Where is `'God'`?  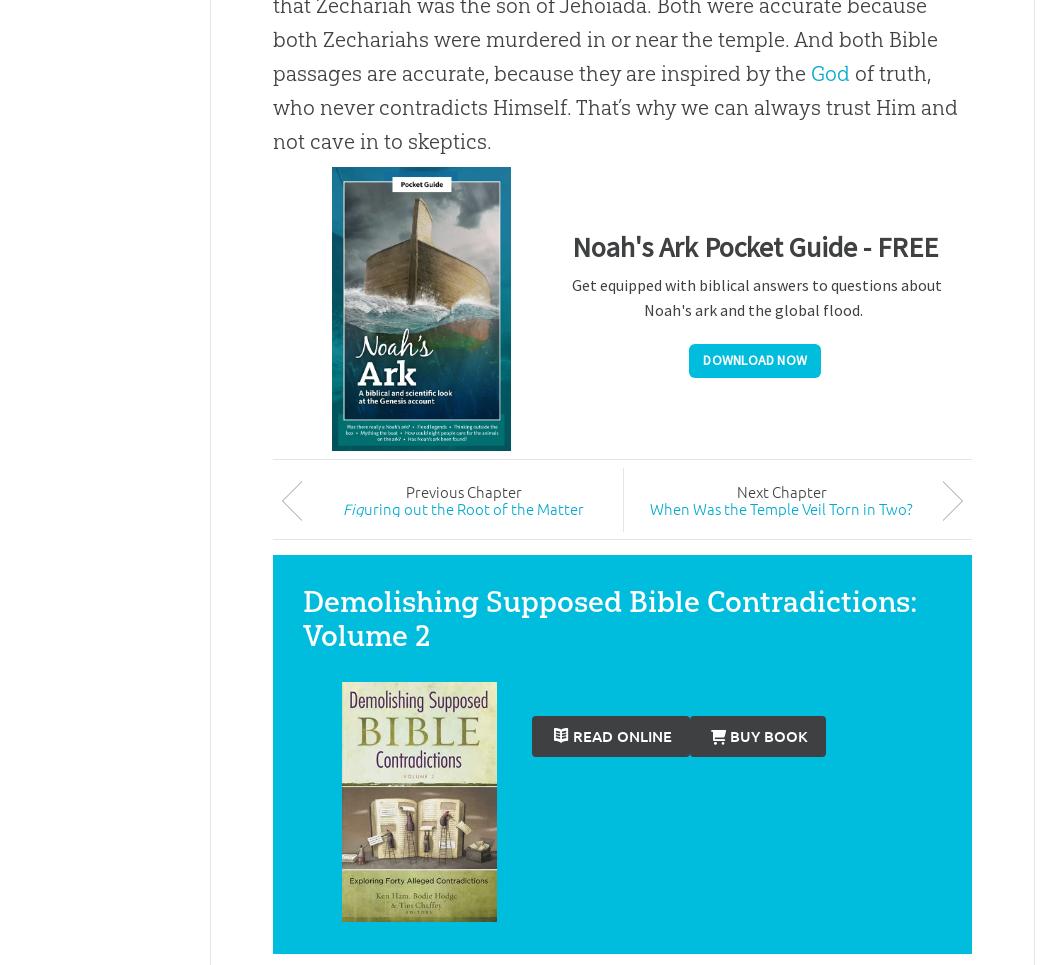 'God' is located at coordinates (829, 73).